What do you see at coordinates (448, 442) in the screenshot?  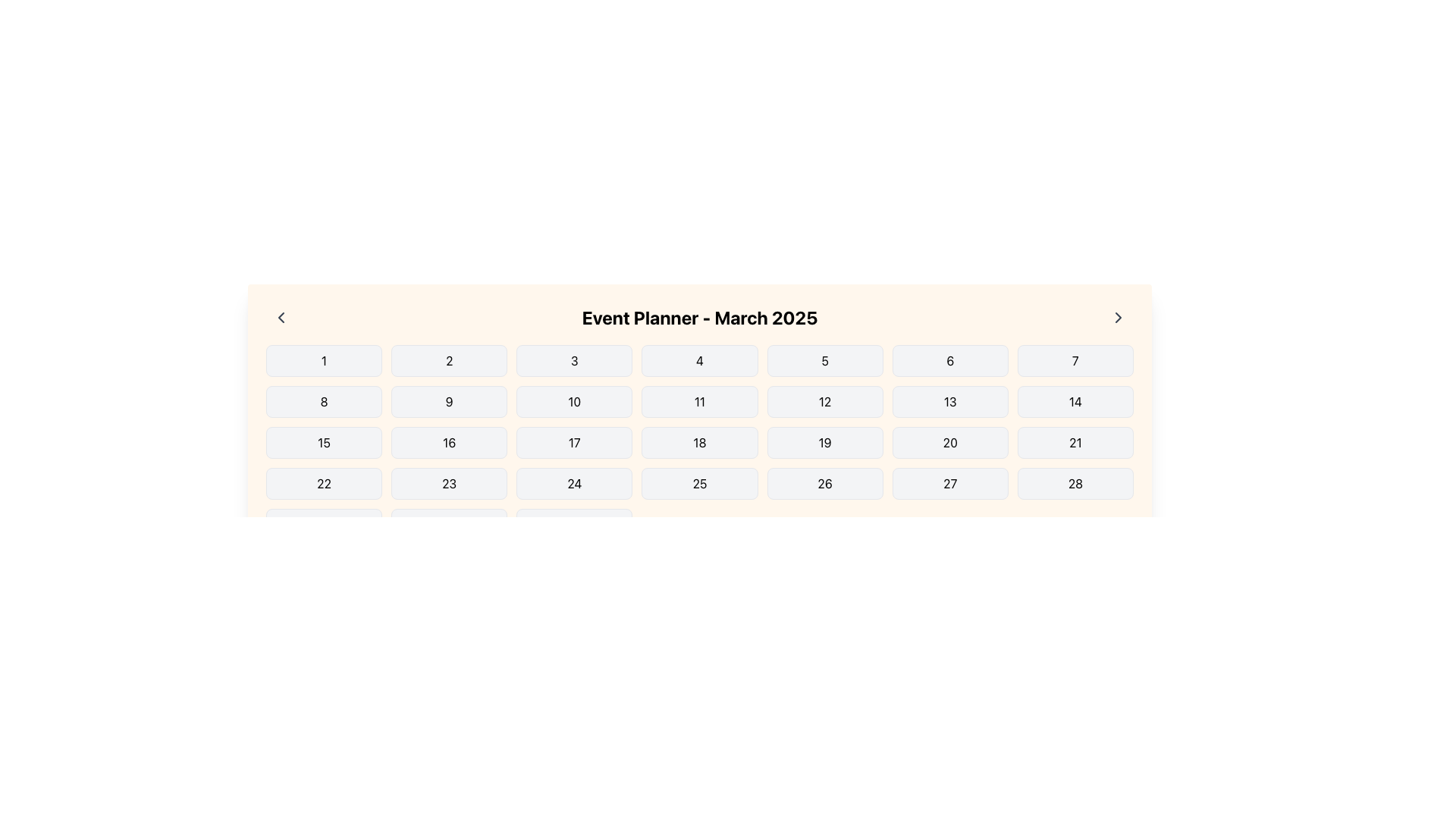 I see `the bold numeral '16' displayed within a rectangular button in the calendar grid layout` at bounding box center [448, 442].